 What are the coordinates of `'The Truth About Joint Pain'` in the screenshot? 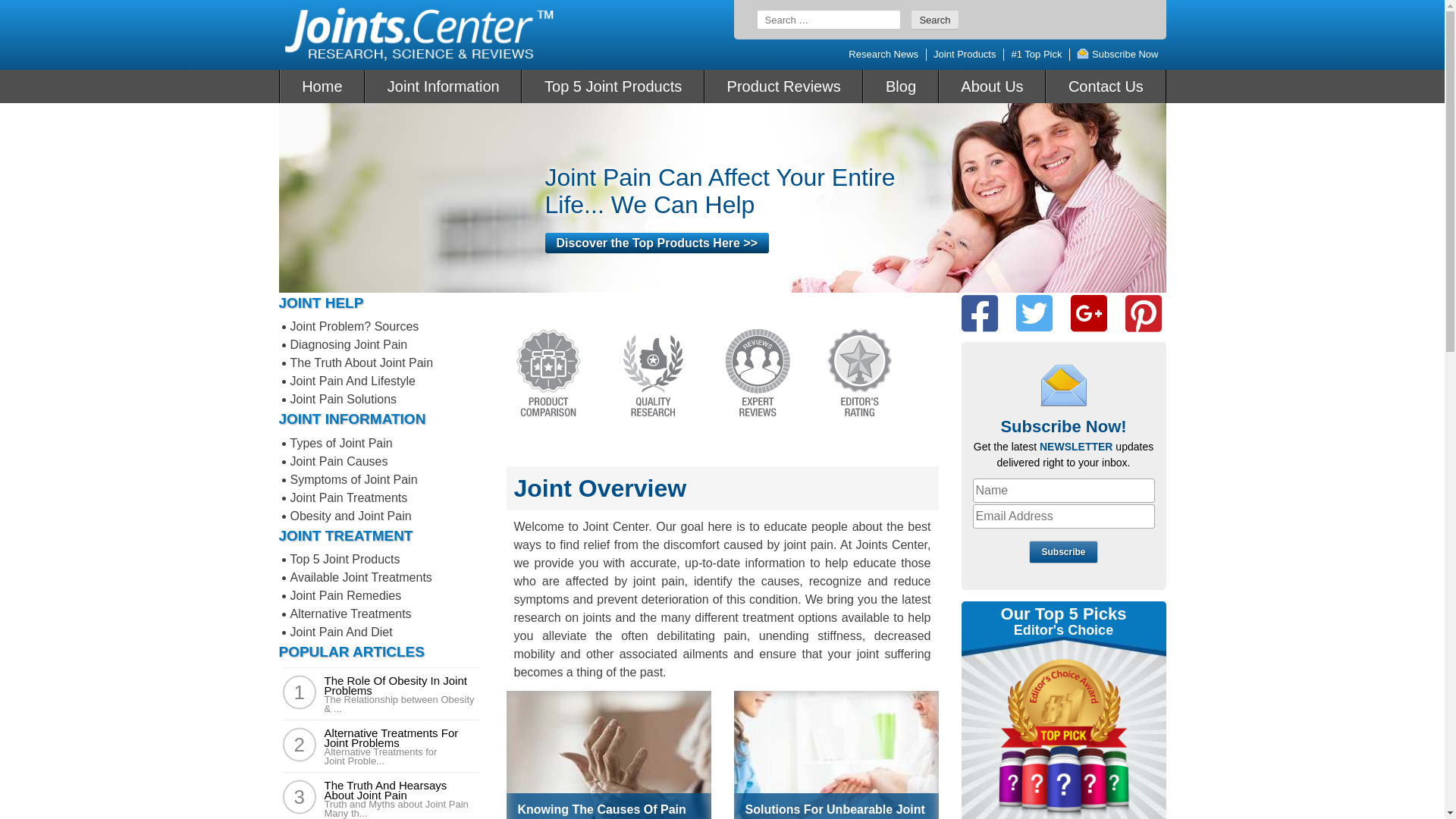 It's located at (360, 362).